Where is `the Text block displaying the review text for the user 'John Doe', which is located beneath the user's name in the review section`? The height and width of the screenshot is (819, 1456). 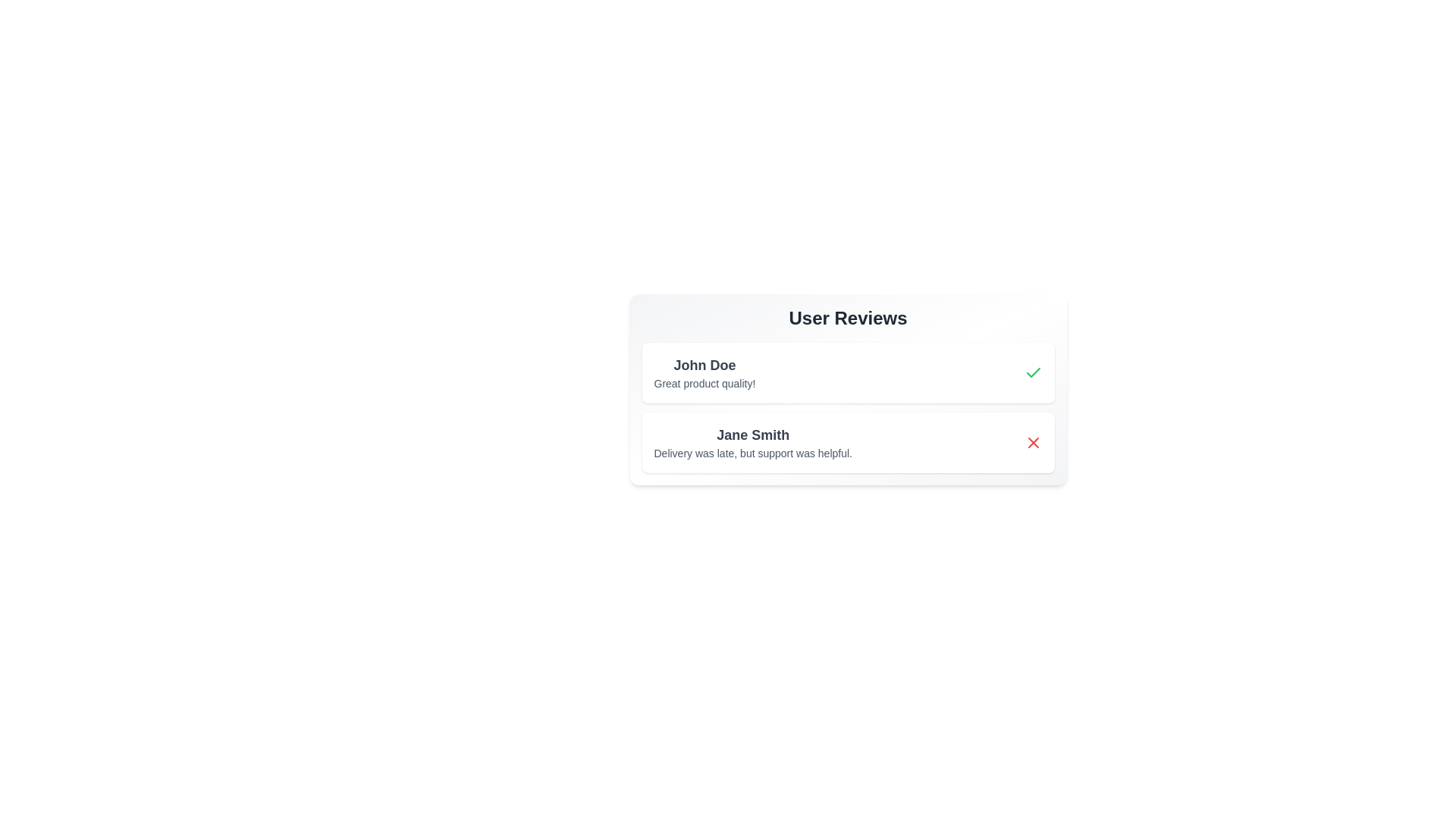 the Text block displaying the review text for the user 'John Doe', which is located beneath the user's name in the review section is located at coordinates (704, 382).